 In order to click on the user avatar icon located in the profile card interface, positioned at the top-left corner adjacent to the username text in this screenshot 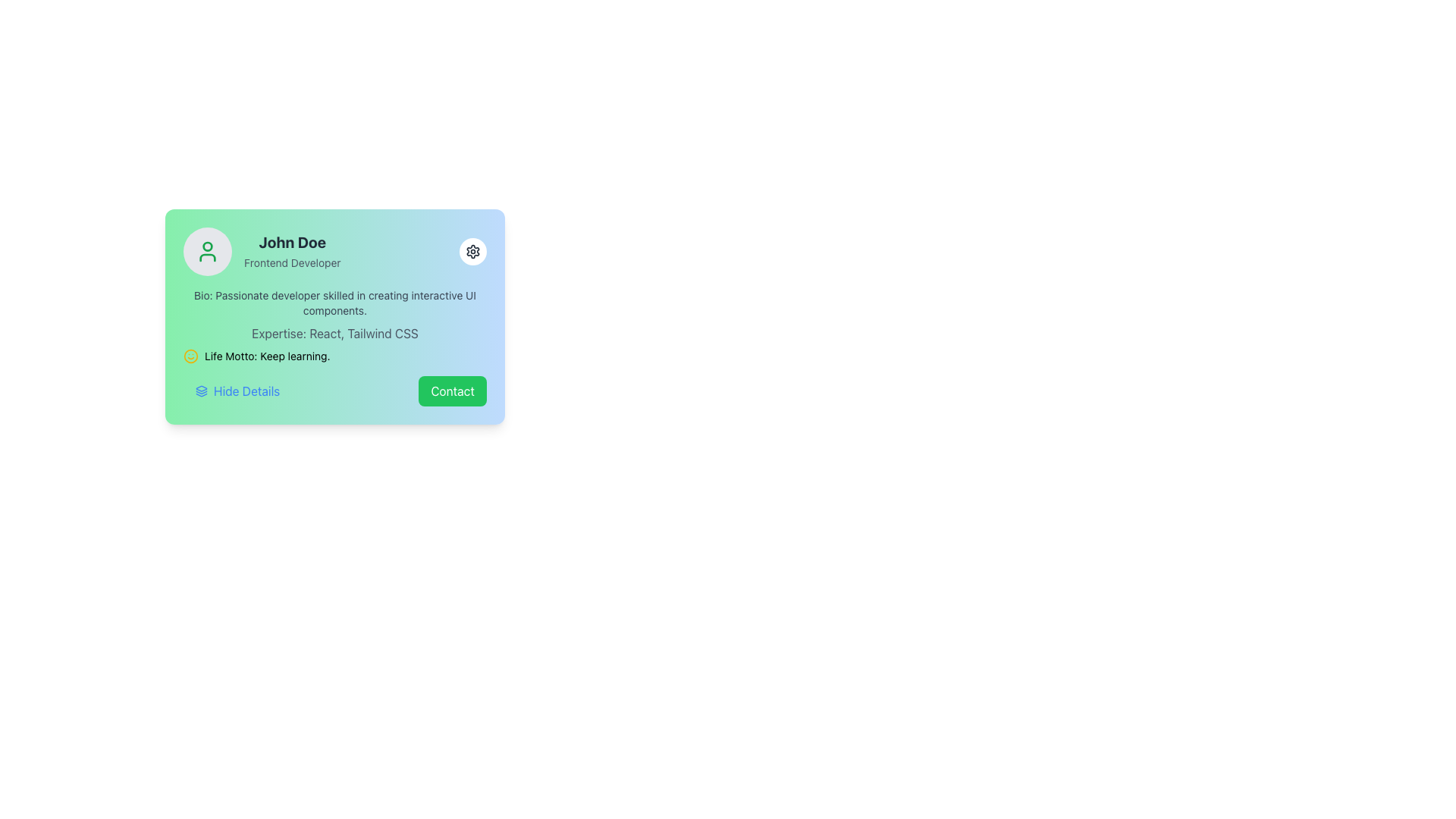, I will do `click(206, 250)`.